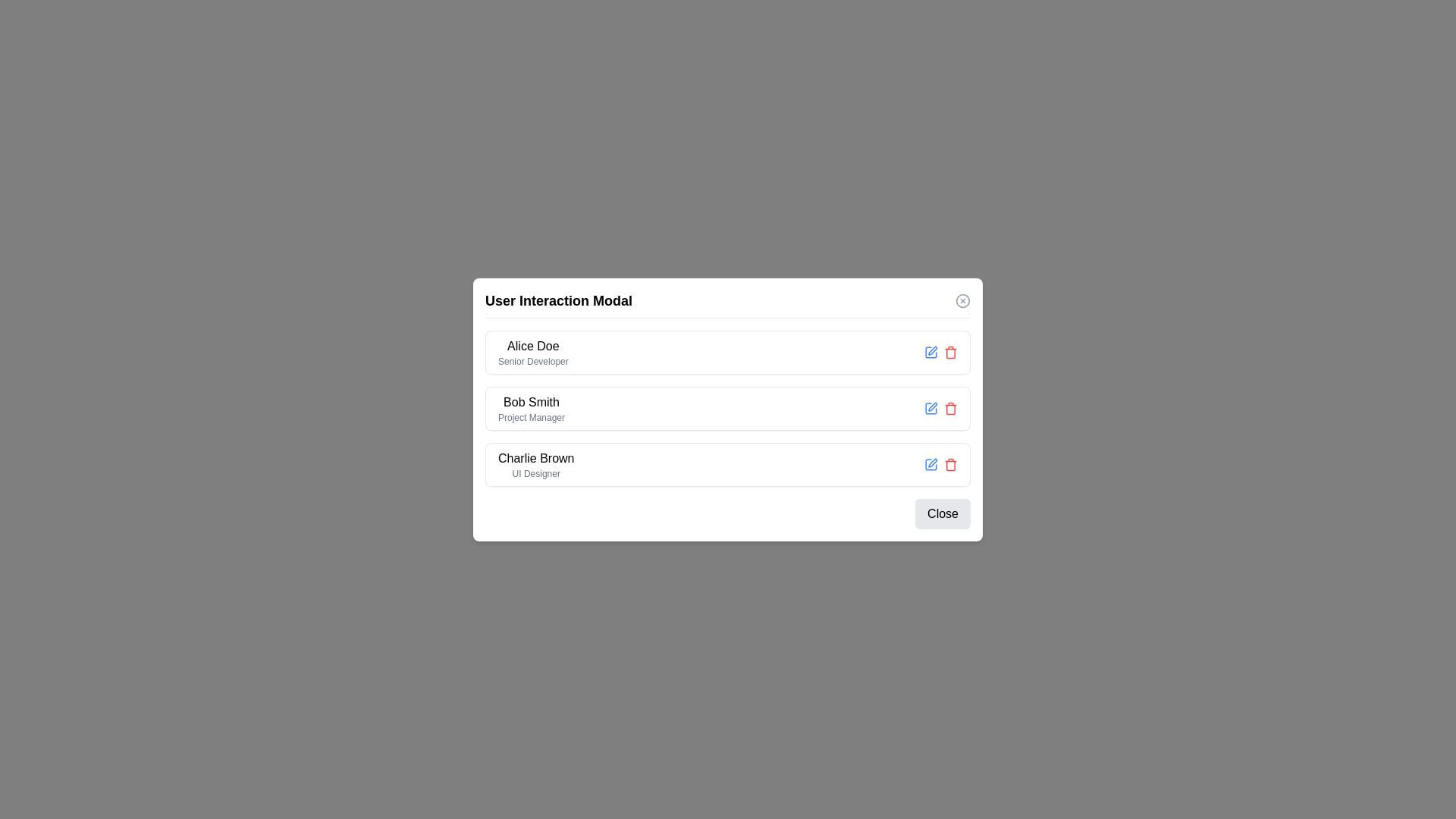  What do you see at coordinates (930, 351) in the screenshot?
I see `the edit button icon (blue square with pencil) associated with the user 'Alice Doe'` at bounding box center [930, 351].